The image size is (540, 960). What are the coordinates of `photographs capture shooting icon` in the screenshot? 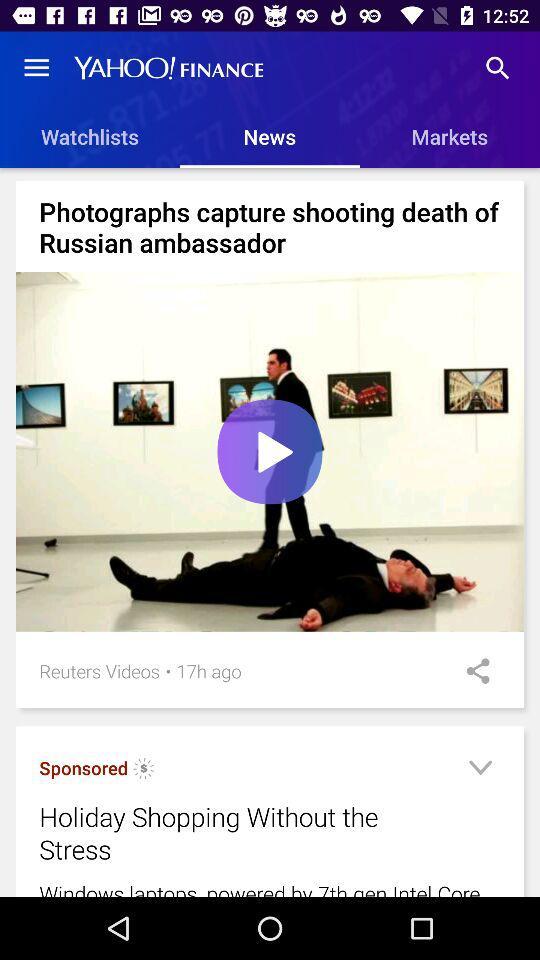 It's located at (270, 227).